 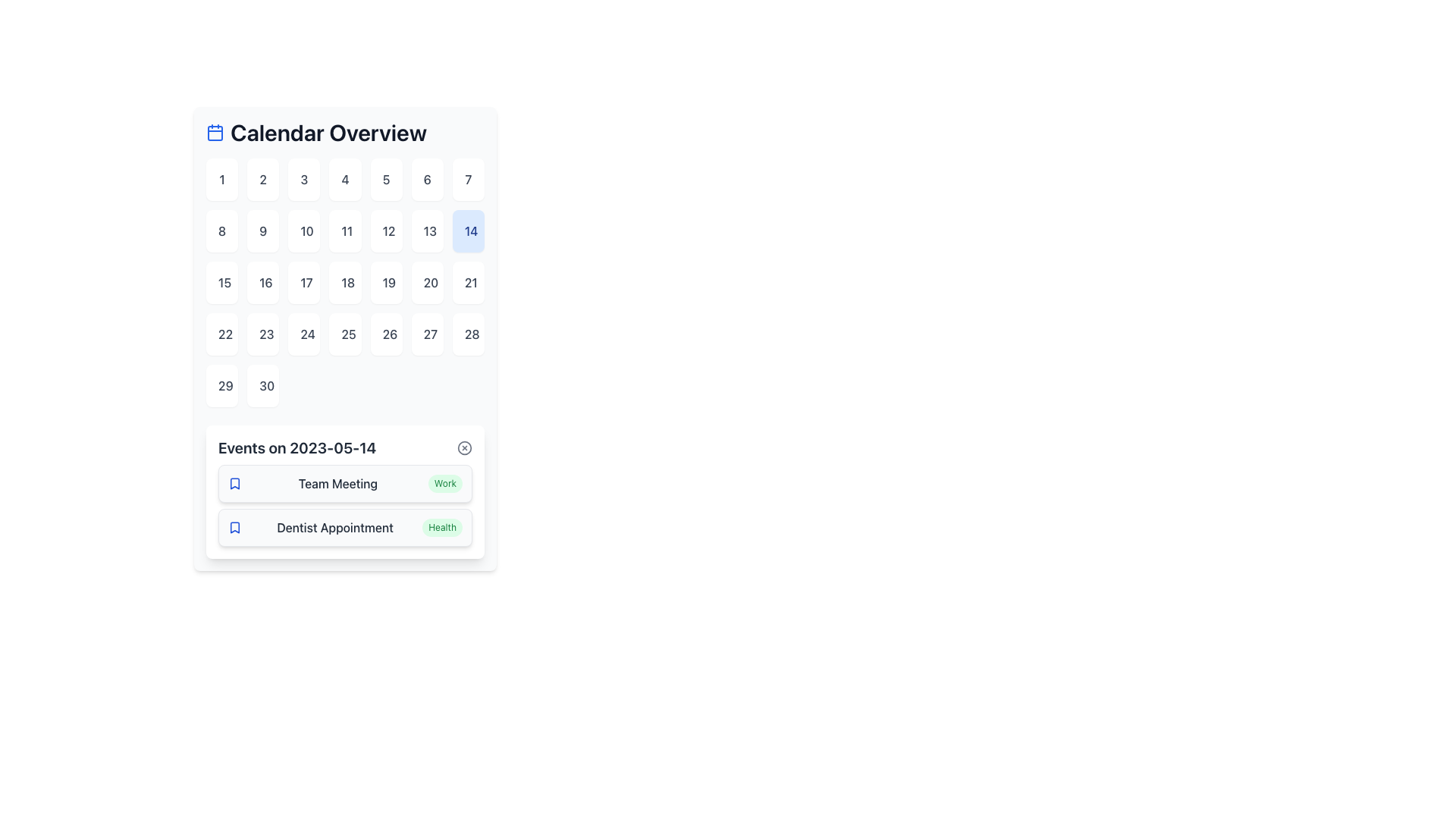 What do you see at coordinates (467, 231) in the screenshot?
I see `the button displaying the number '14' with a blue background and rounded corners located in the second row and seventh column of the calendar grid` at bounding box center [467, 231].